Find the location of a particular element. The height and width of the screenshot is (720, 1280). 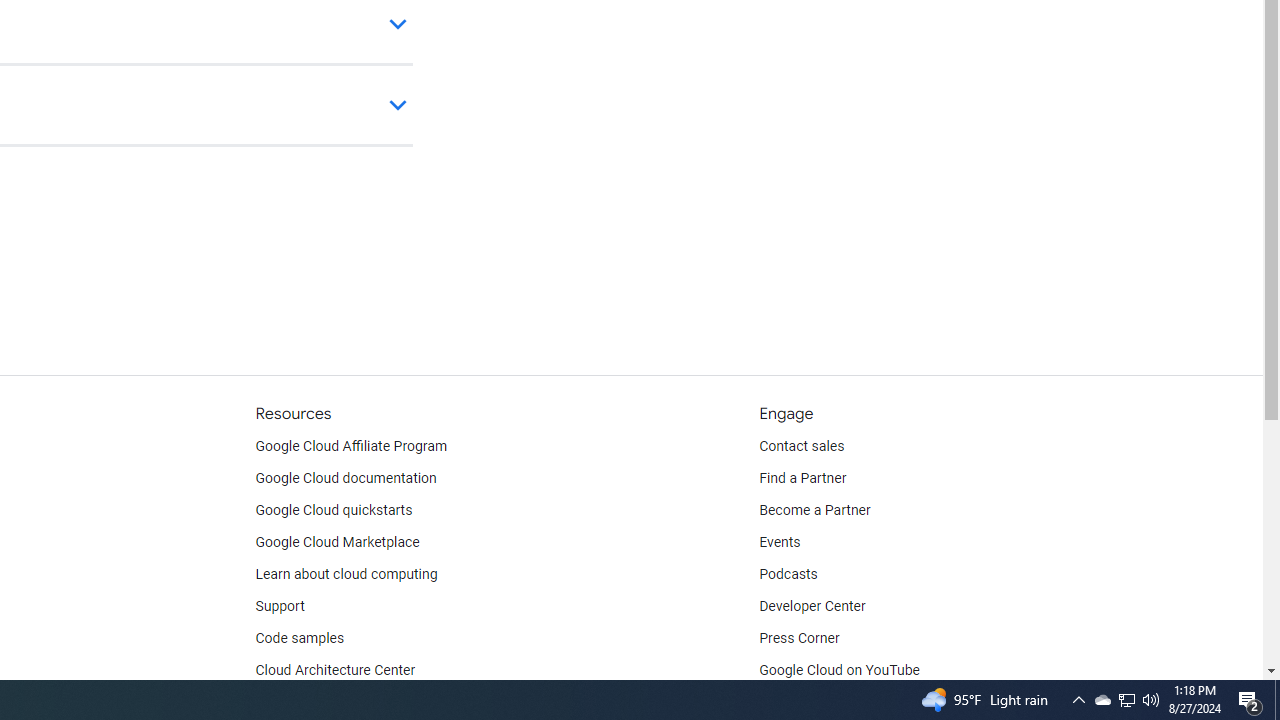

'Developer Center' is located at coordinates (812, 605).